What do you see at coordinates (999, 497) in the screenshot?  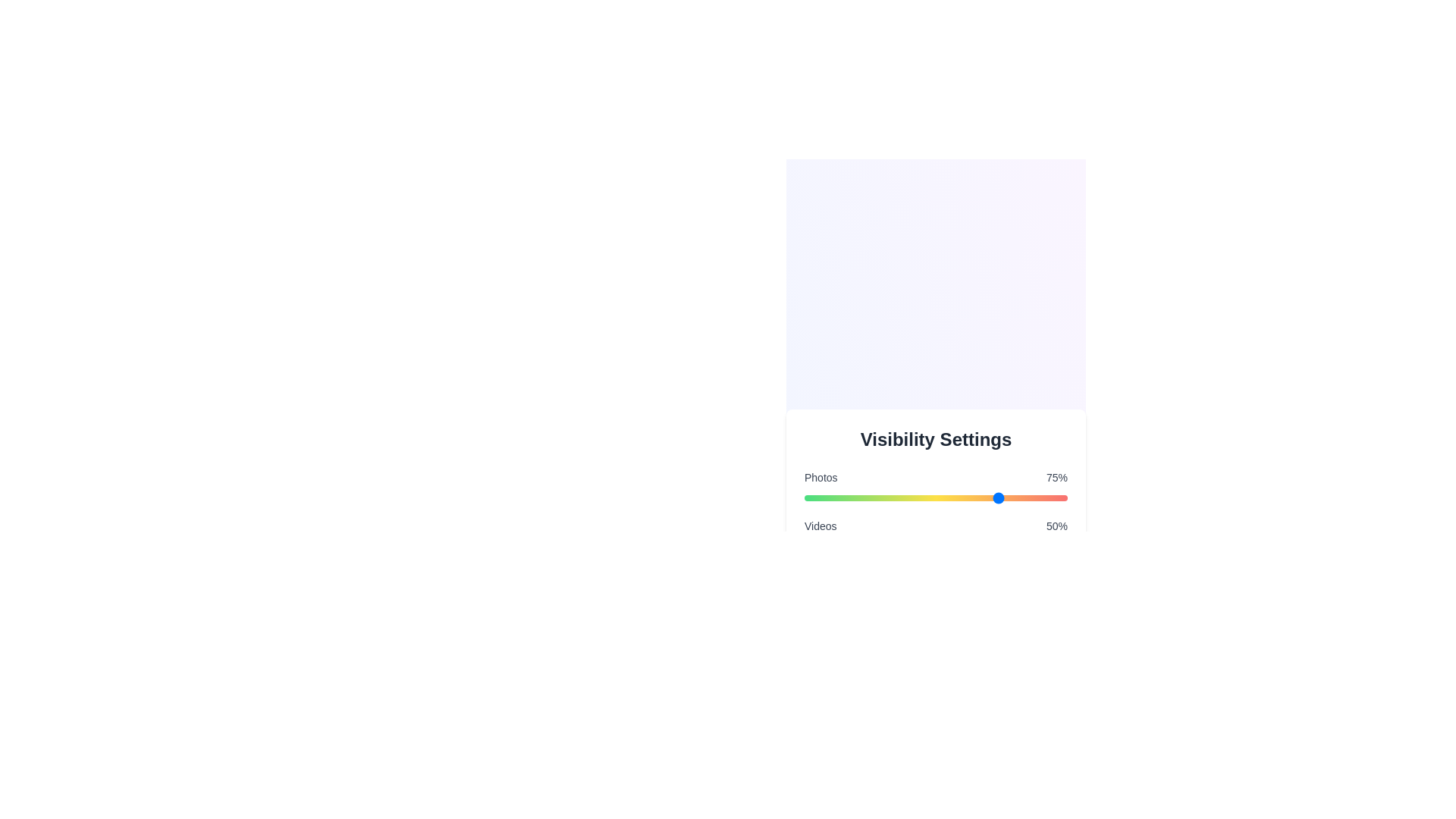 I see `the visibility percentage for a category by setting the slider to 74` at bounding box center [999, 497].